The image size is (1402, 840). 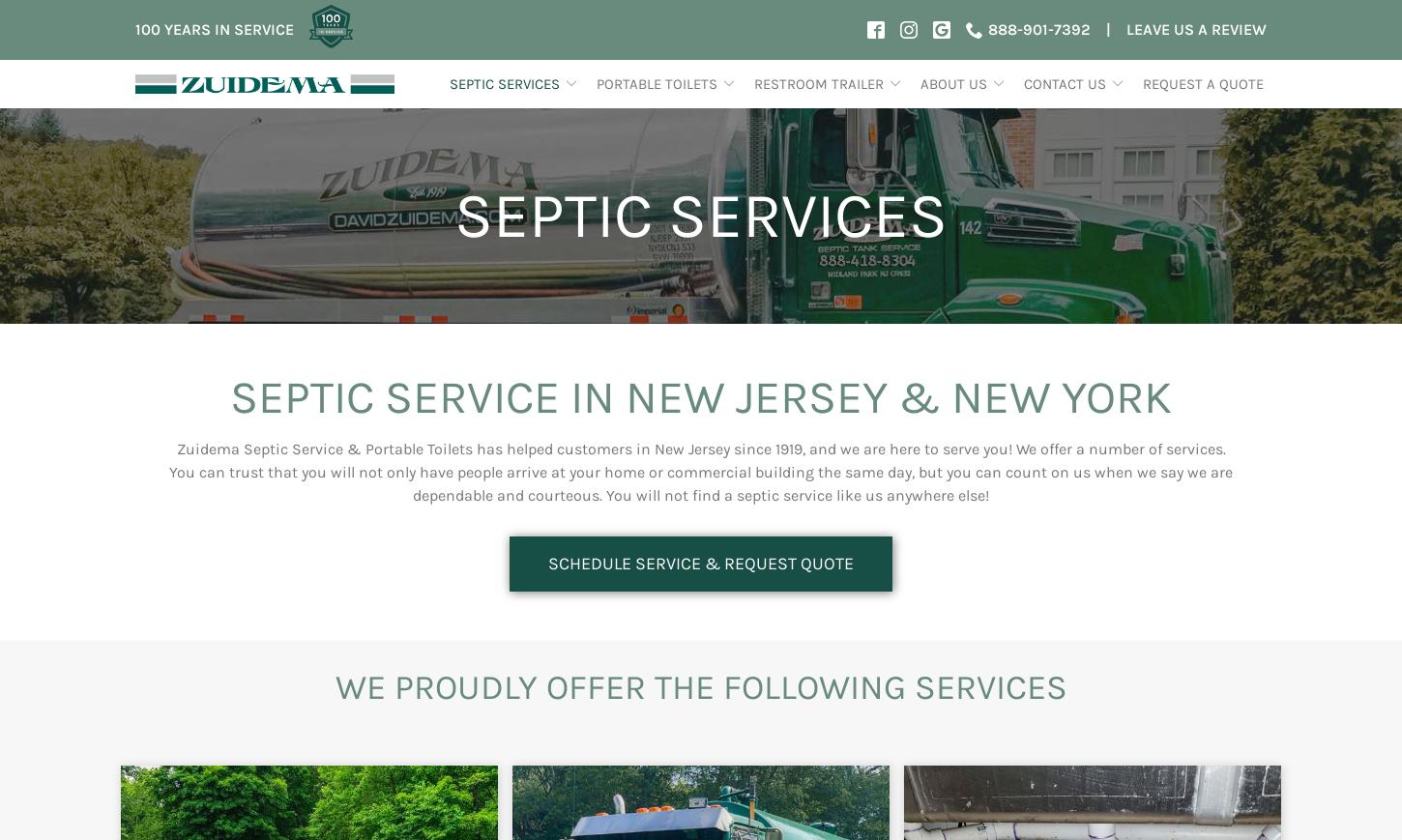 I want to click on 'Septic System Maintenance', so click(x=565, y=359).